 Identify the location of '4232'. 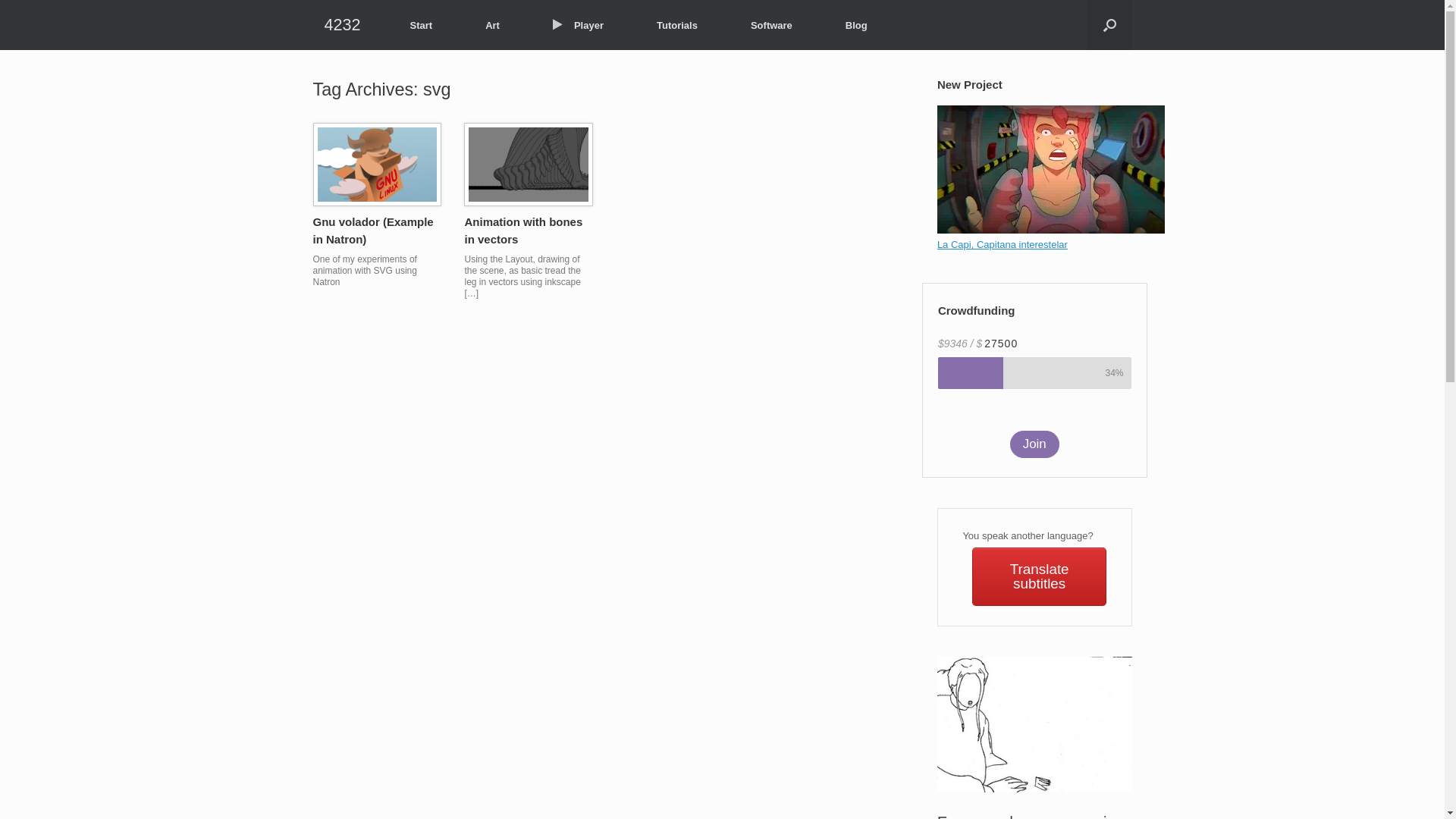
(341, 25).